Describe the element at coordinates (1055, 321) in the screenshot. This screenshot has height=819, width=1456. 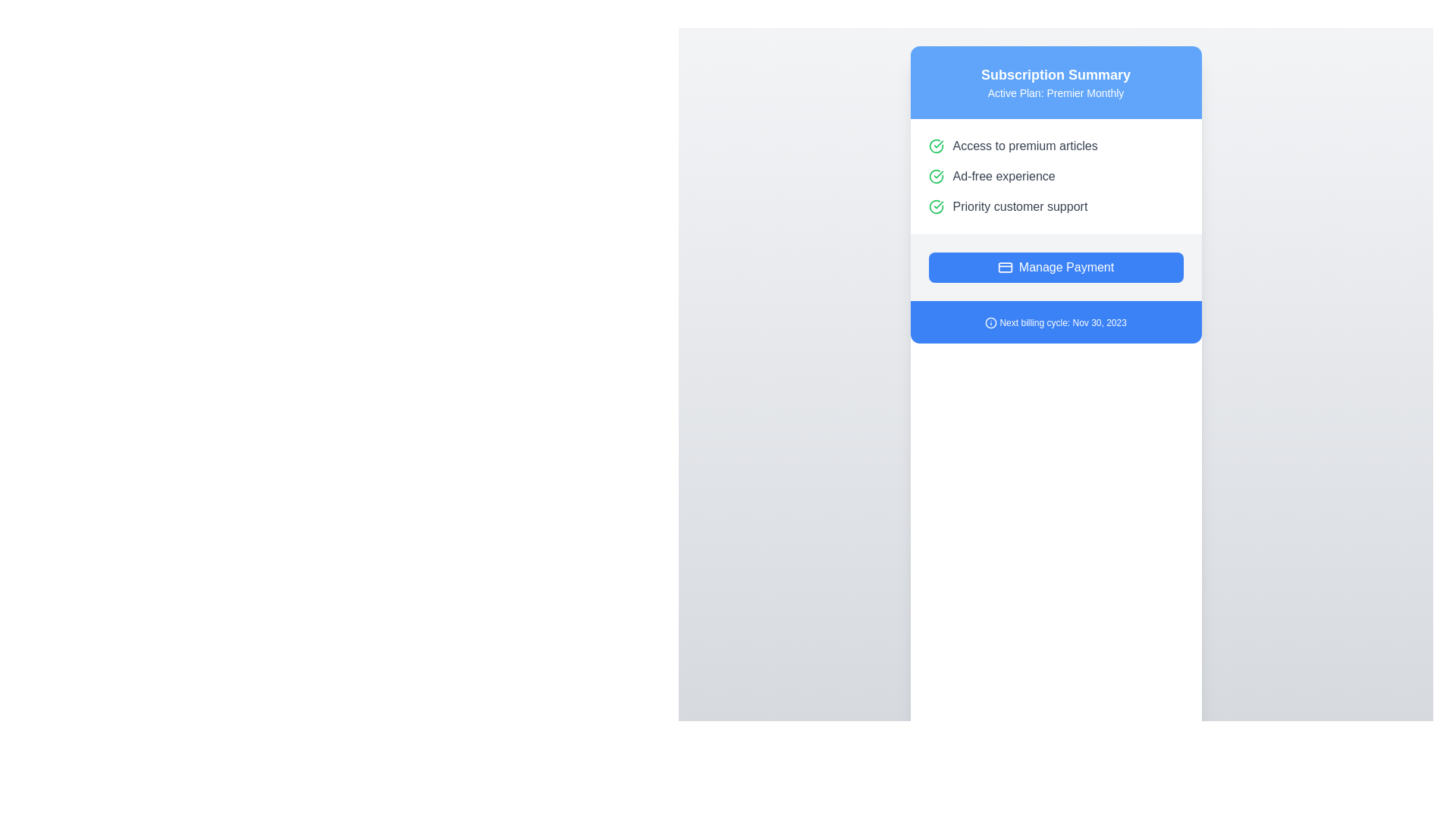
I see `informational content displayed in the Informational Panel, which shows the date of the next billing cycle located beneath the 'Manage Payment' button in the 'Subscription Summary' card` at that location.